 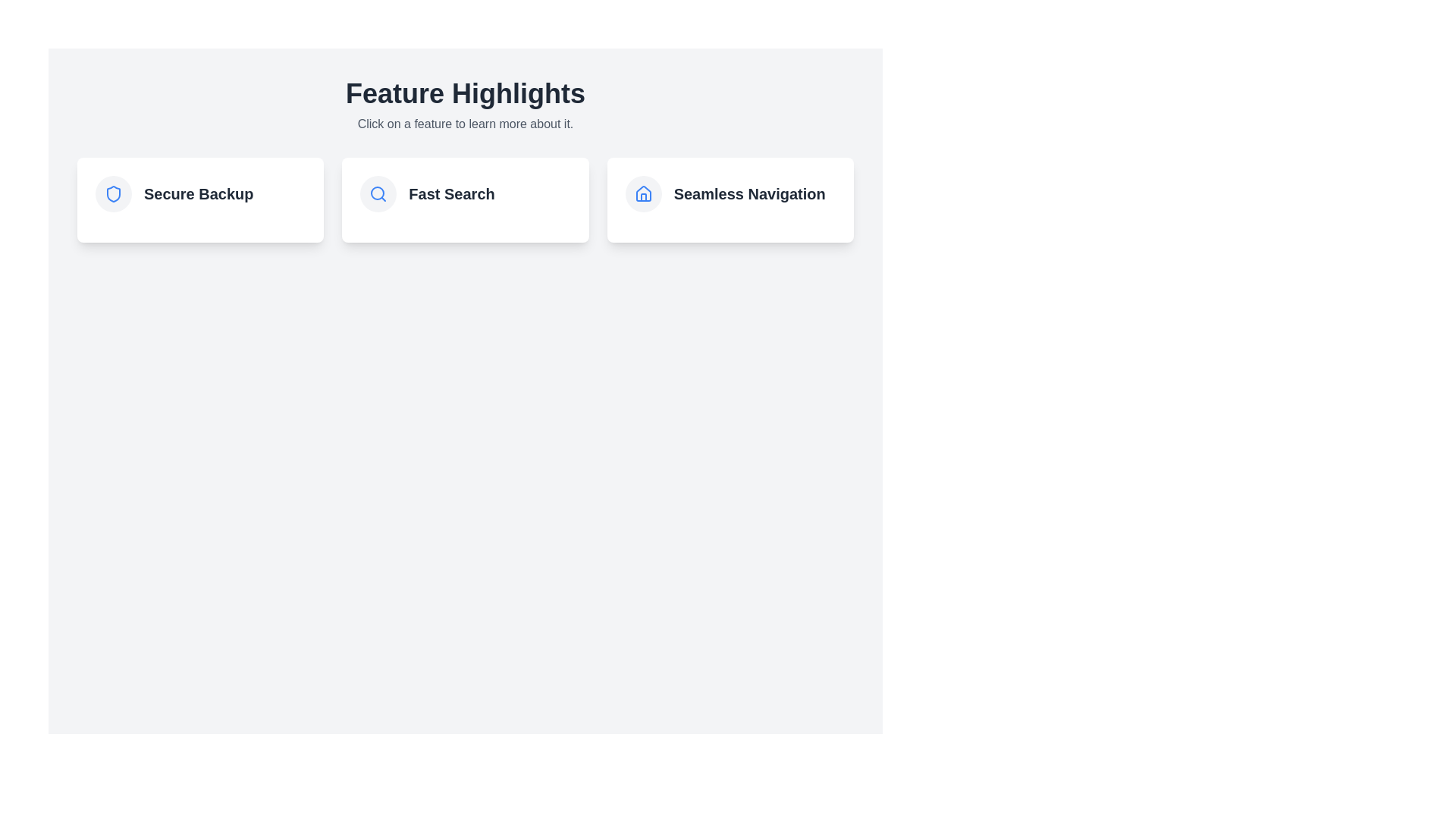 I want to click on the search icon associated with the 'Fast Search' feature located within the second card under the 'Feature Highlights' section, so click(x=378, y=193).